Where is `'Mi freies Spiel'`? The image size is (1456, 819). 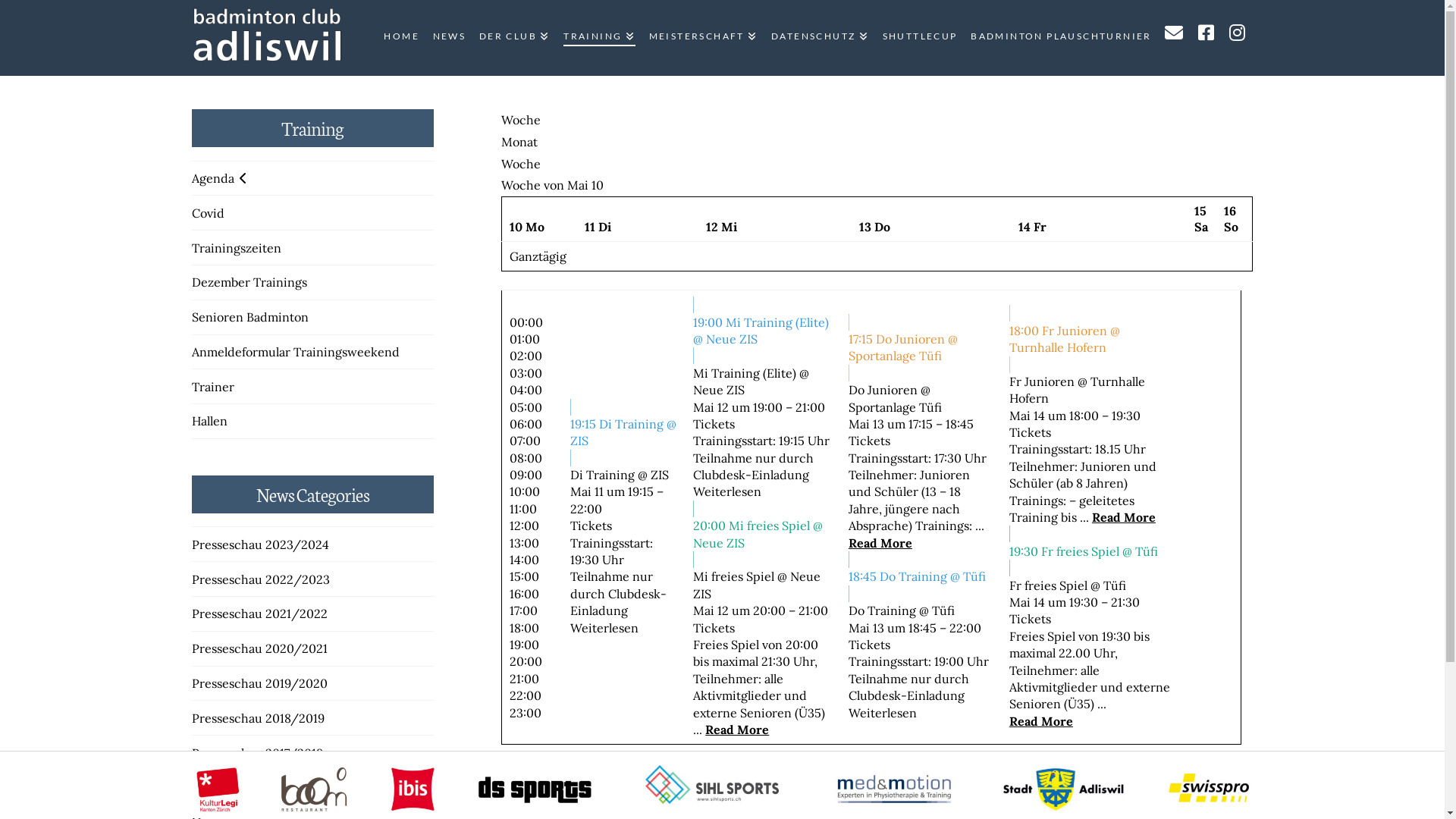 'Mi freies Spiel' is located at coordinates (692, 576).